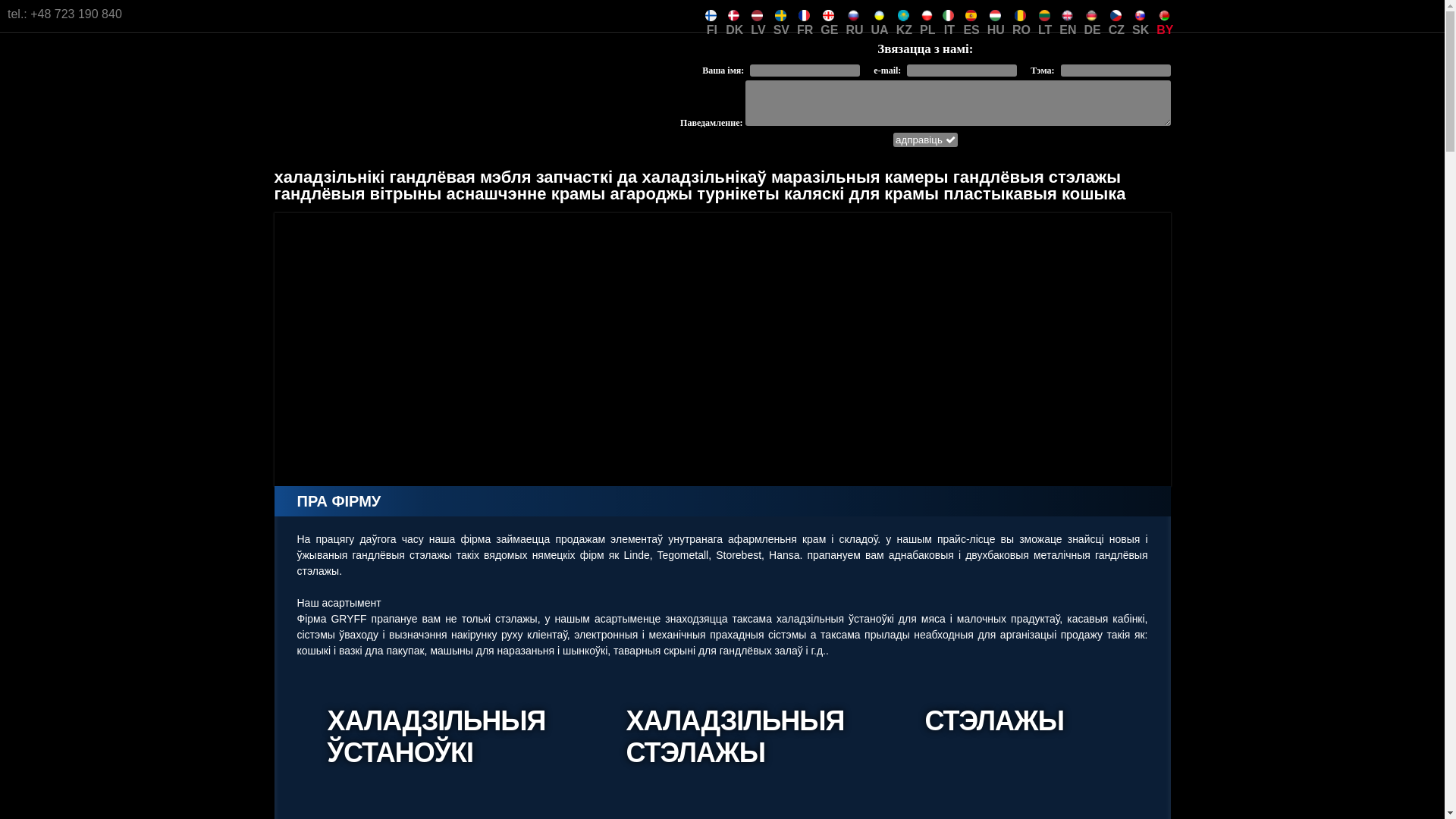 The image size is (1456, 819). Describe the element at coordinates (1021, 14) in the screenshot. I see `'RO'` at that location.